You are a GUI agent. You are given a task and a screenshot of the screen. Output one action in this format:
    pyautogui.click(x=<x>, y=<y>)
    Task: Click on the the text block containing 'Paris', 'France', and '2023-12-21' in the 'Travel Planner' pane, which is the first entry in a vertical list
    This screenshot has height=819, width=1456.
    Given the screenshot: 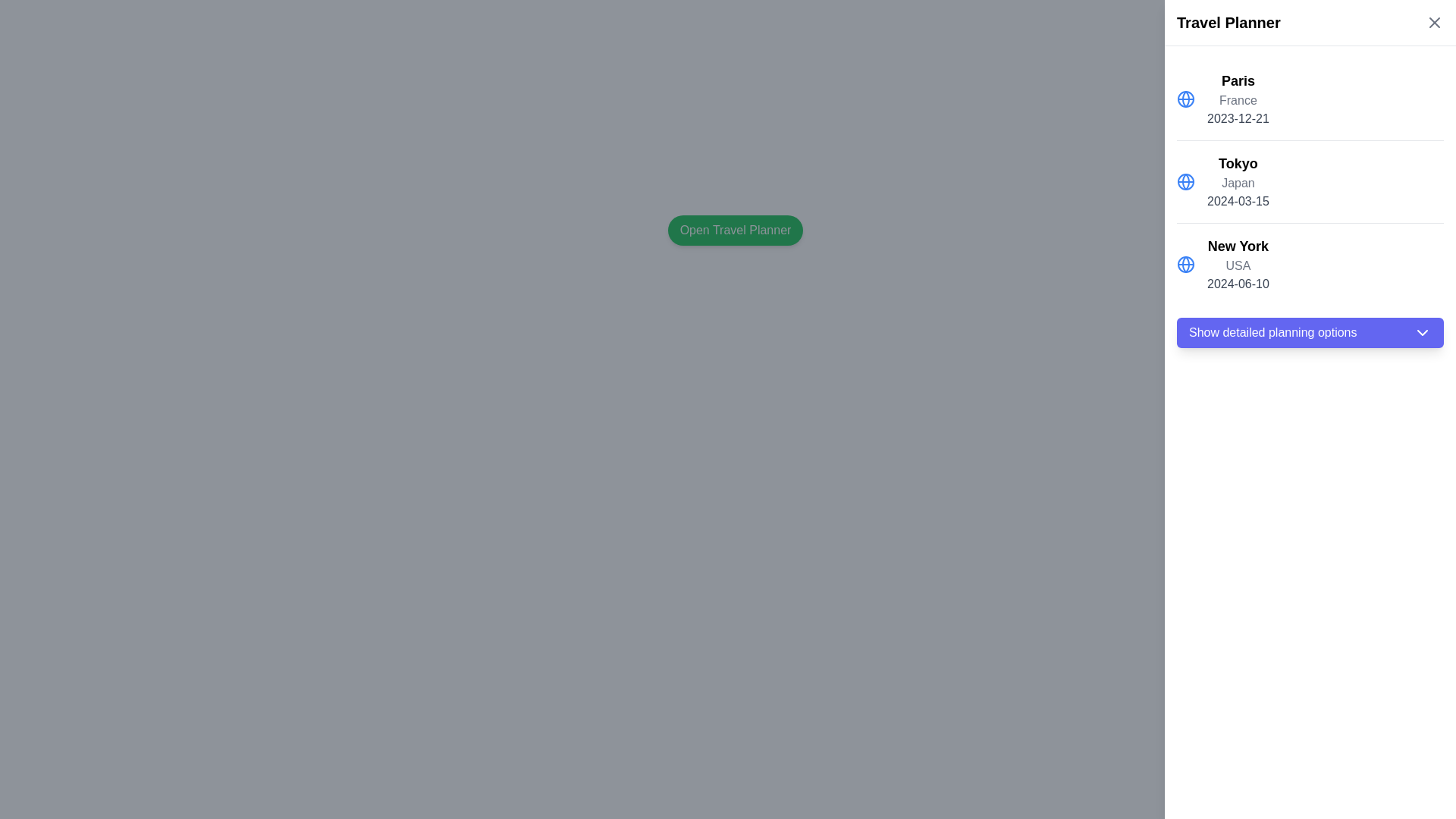 What is the action you would take?
    pyautogui.click(x=1238, y=99)
    